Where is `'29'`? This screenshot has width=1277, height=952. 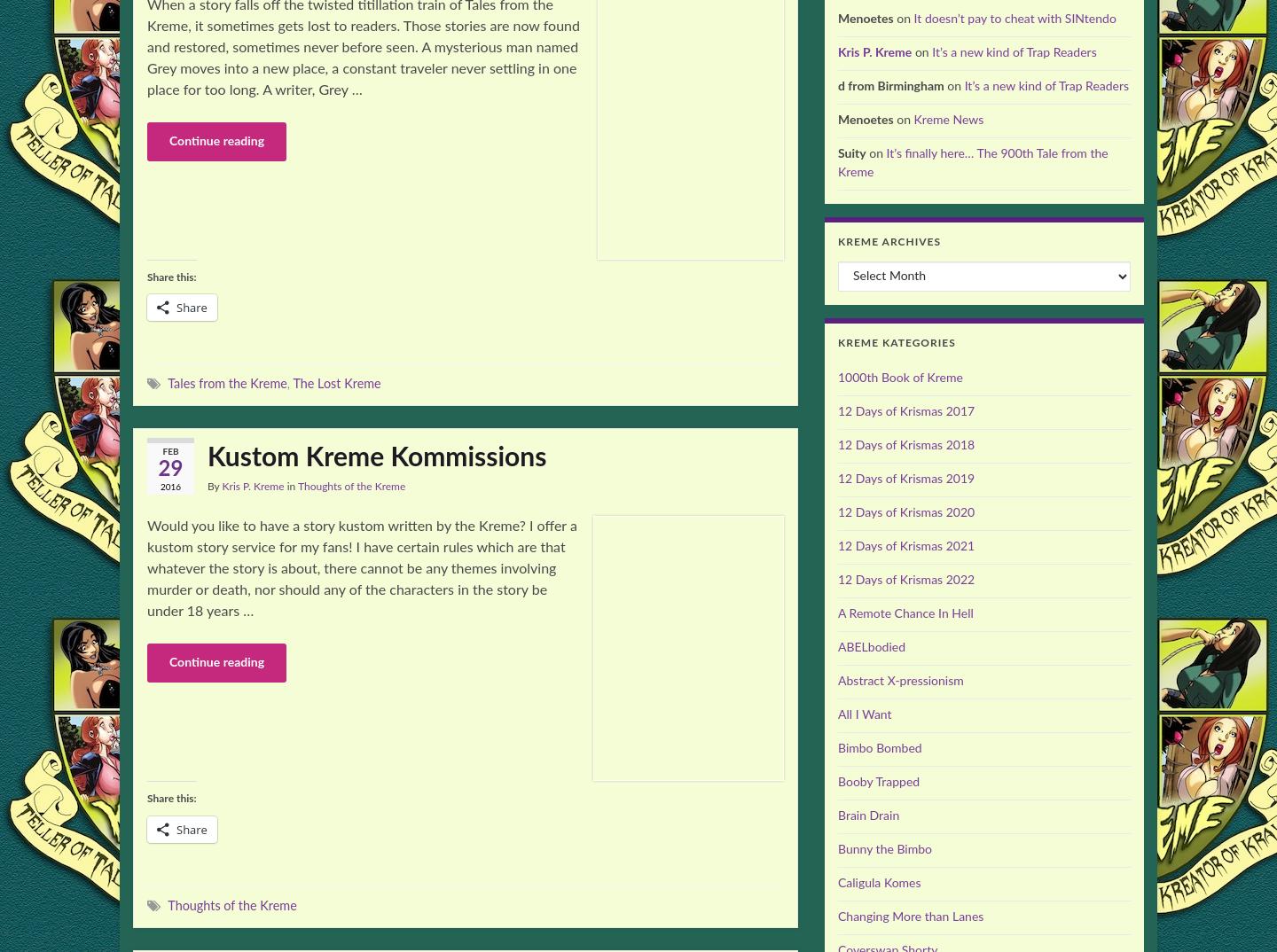
'29' is located at coordinates (169, 470).